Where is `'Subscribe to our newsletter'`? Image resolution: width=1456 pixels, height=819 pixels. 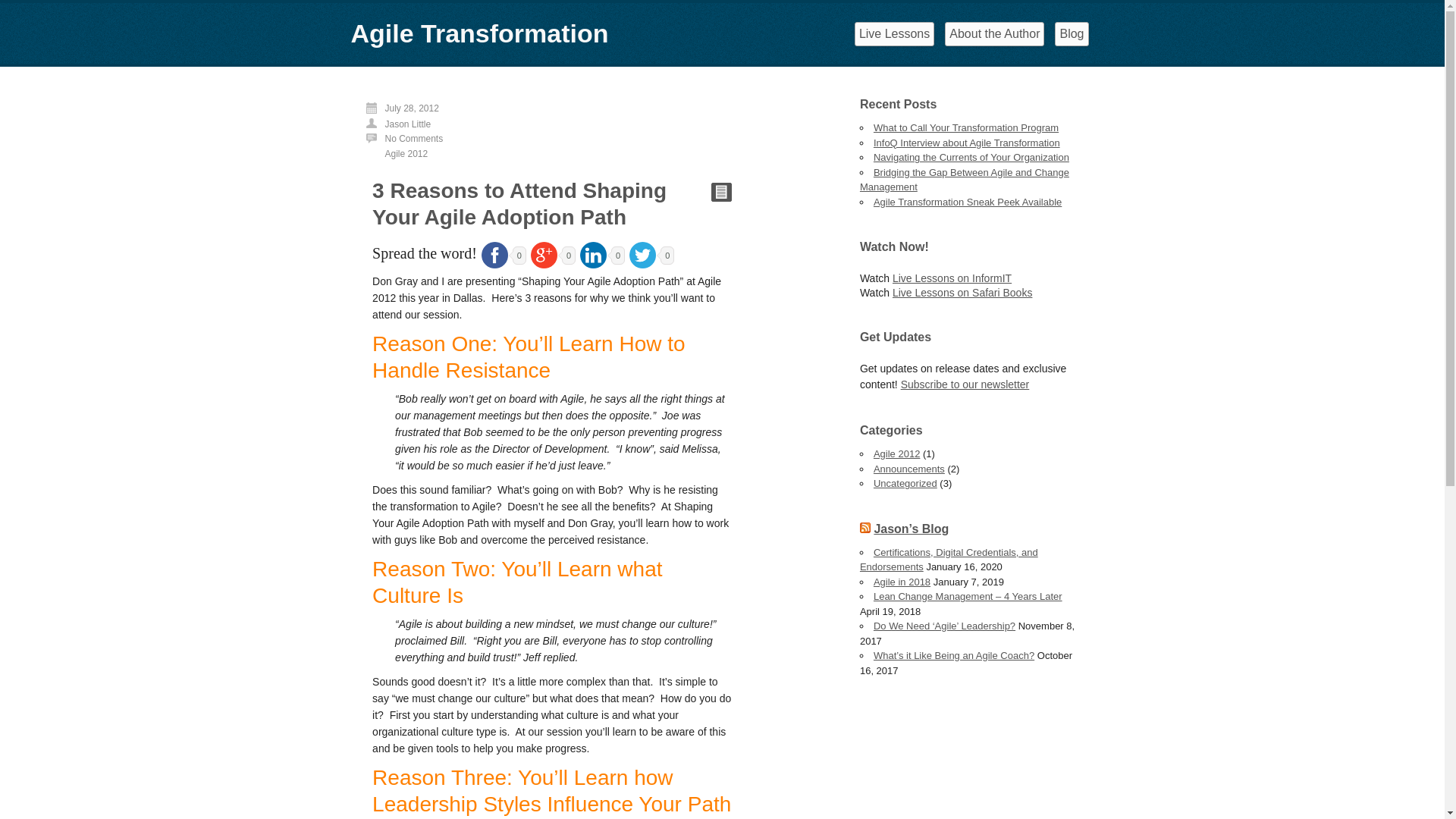 'Subscribe to our newsletter' is located at coordinates (901, 383).